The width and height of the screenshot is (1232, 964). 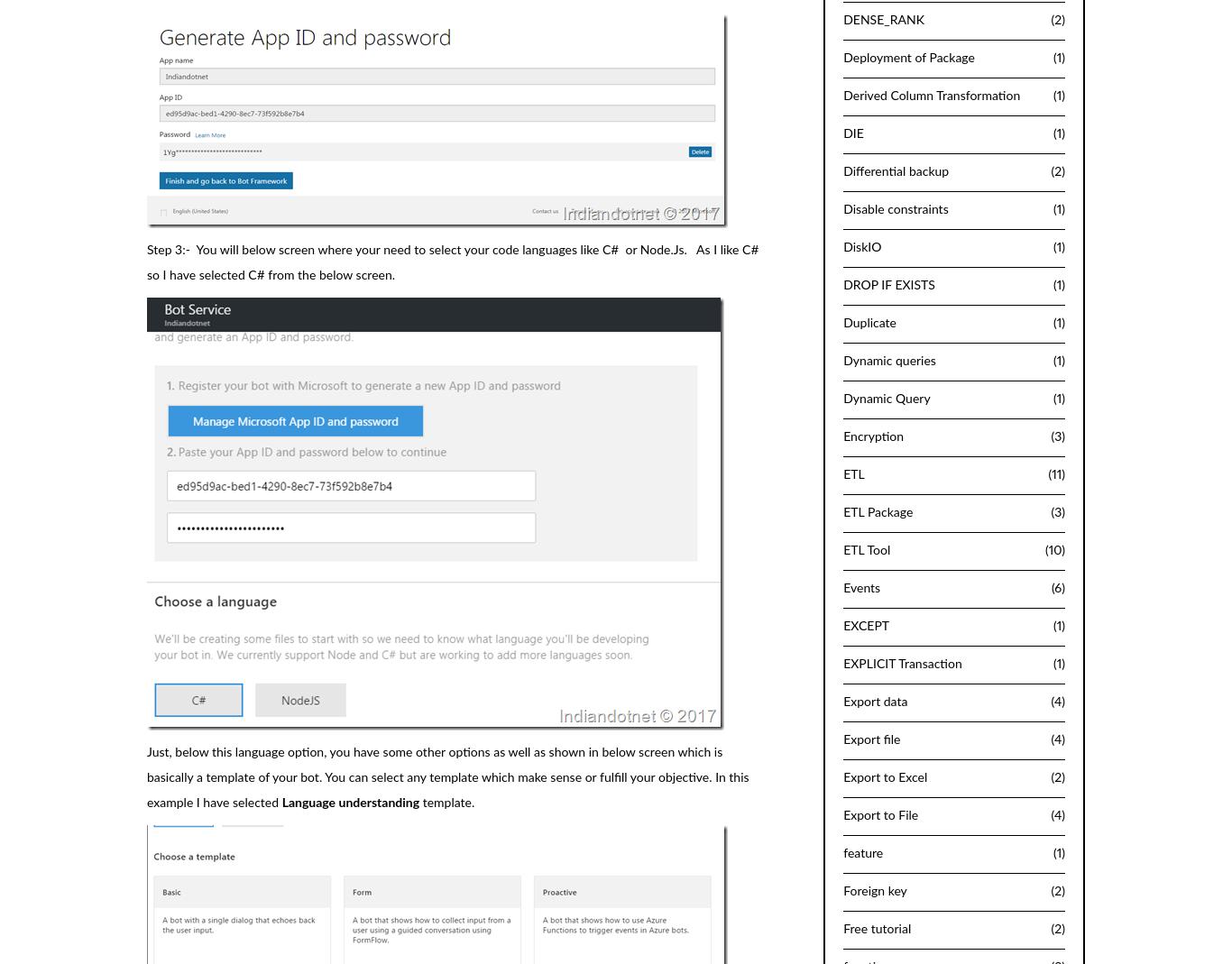 I want to click on 'Step 3:-  You will below screen where your need to select your code languages like C#  or Node.Js.   As I like C# so I have selected C# from the below screen.', so click(x=452, y=261).